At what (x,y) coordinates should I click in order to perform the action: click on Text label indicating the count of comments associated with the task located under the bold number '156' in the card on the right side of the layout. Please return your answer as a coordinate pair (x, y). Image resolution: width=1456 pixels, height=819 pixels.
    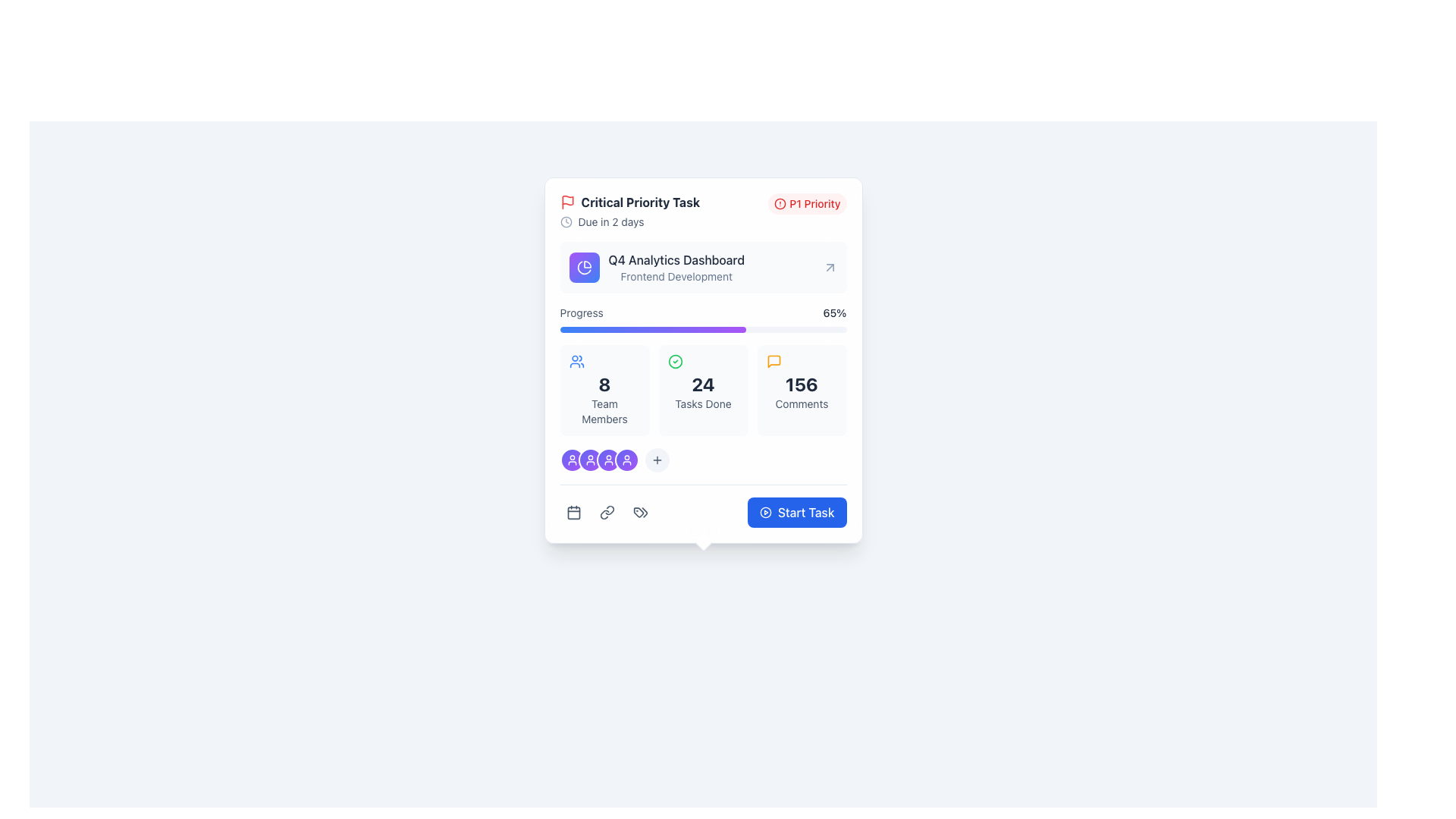
    Looking at the image, I should click on (801, 403).